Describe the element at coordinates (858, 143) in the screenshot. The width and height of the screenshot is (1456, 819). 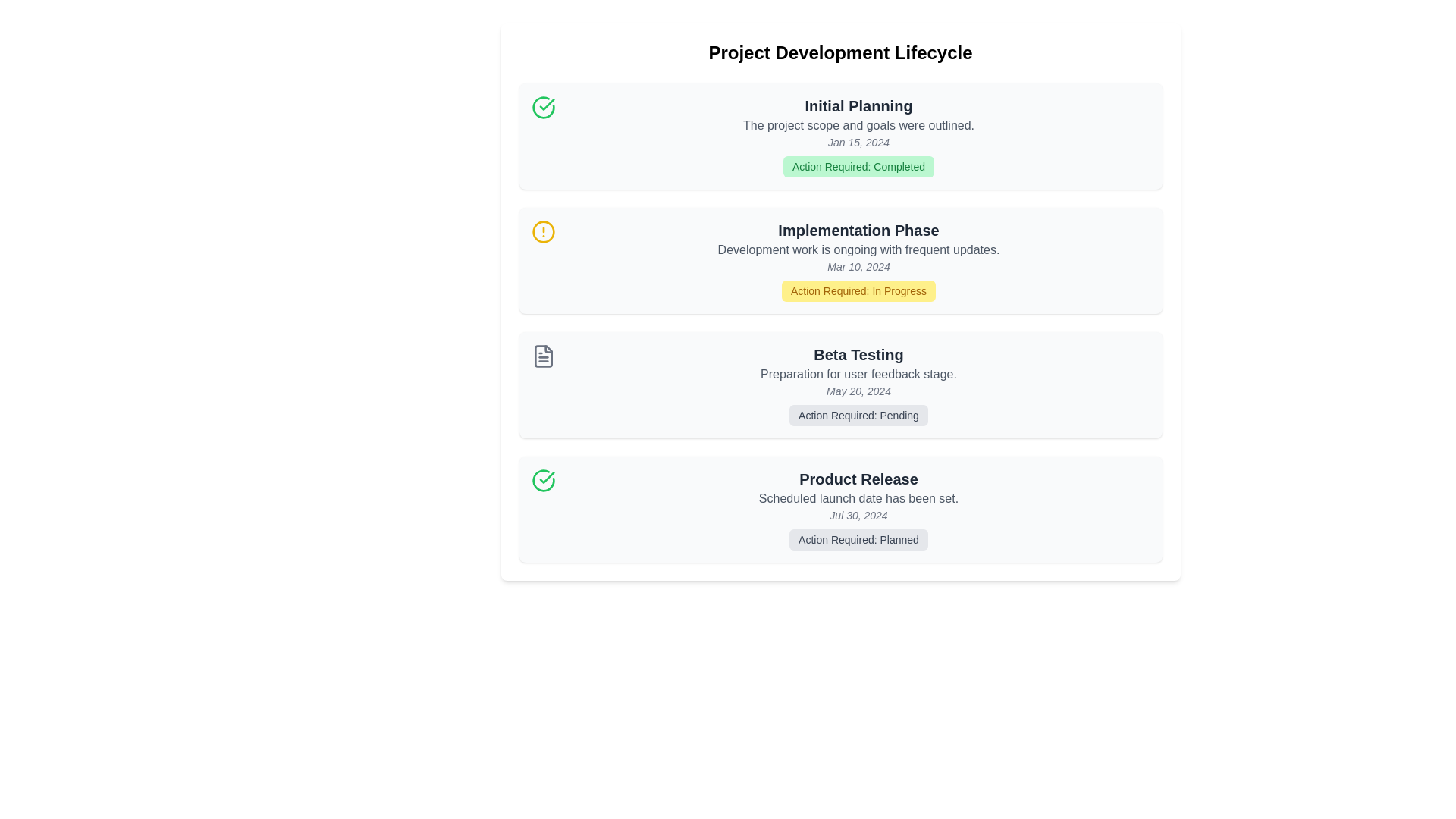
I see `the text label displaying 'Jan 15, 2024', which is styled in gray, italicized, and located in the 'Initial Planning' section of the 'Project Development Lifecycle' interface` at that location.